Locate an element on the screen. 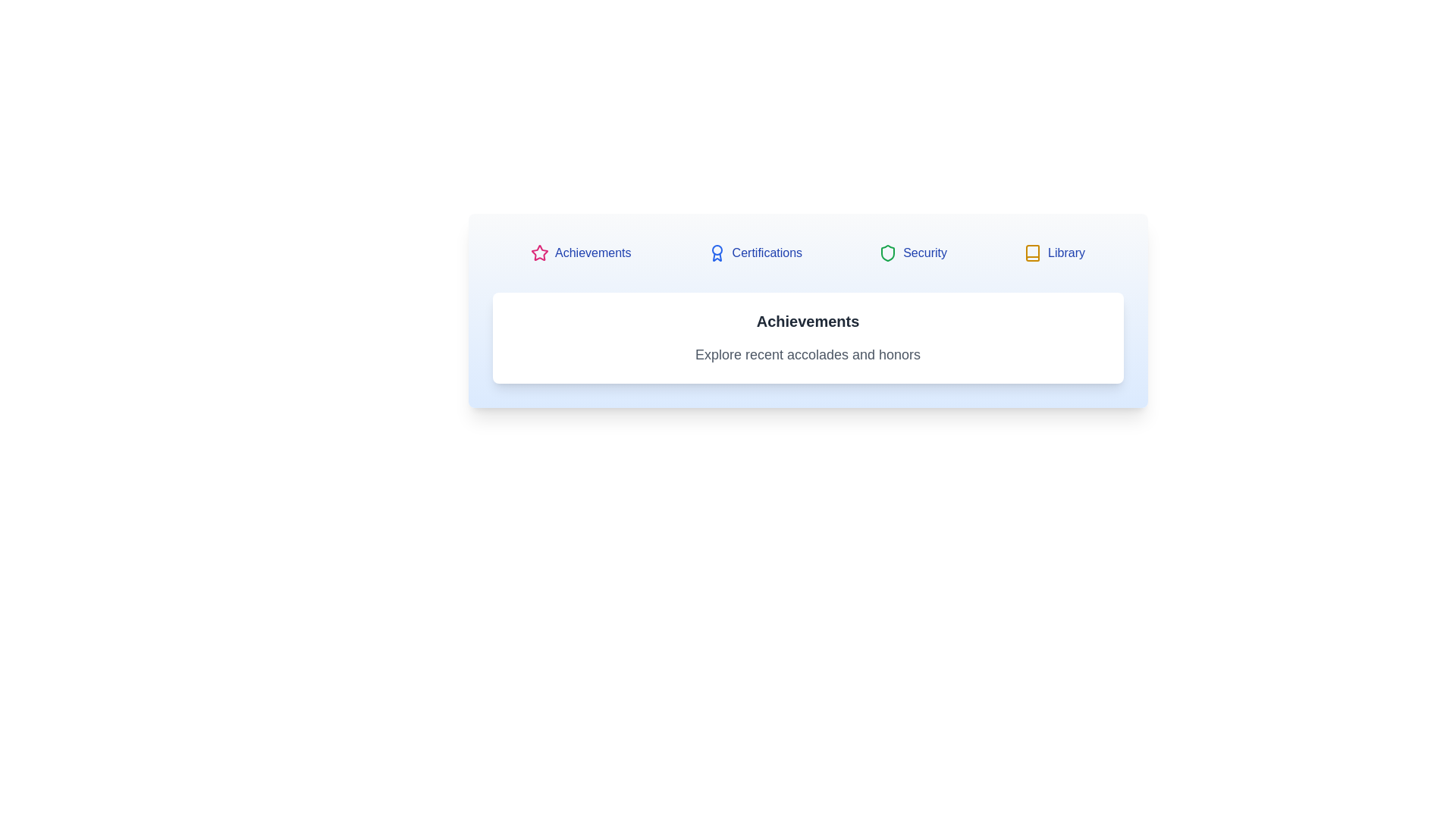  the tab corresponding to Library to switch sections is located at coordinates (1053, 253).